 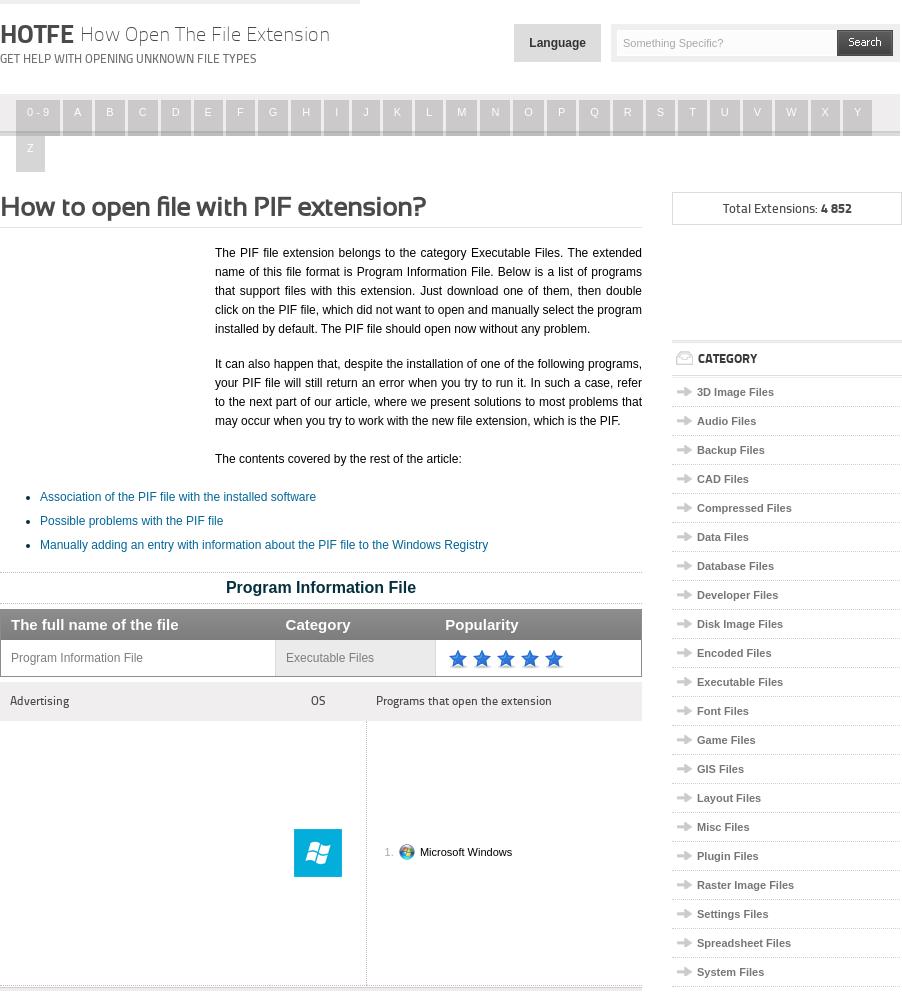 What do you see at coordinates (696, 825) in the screenshot?
I see `'Misc Files'` at bounding box center [696, 825].